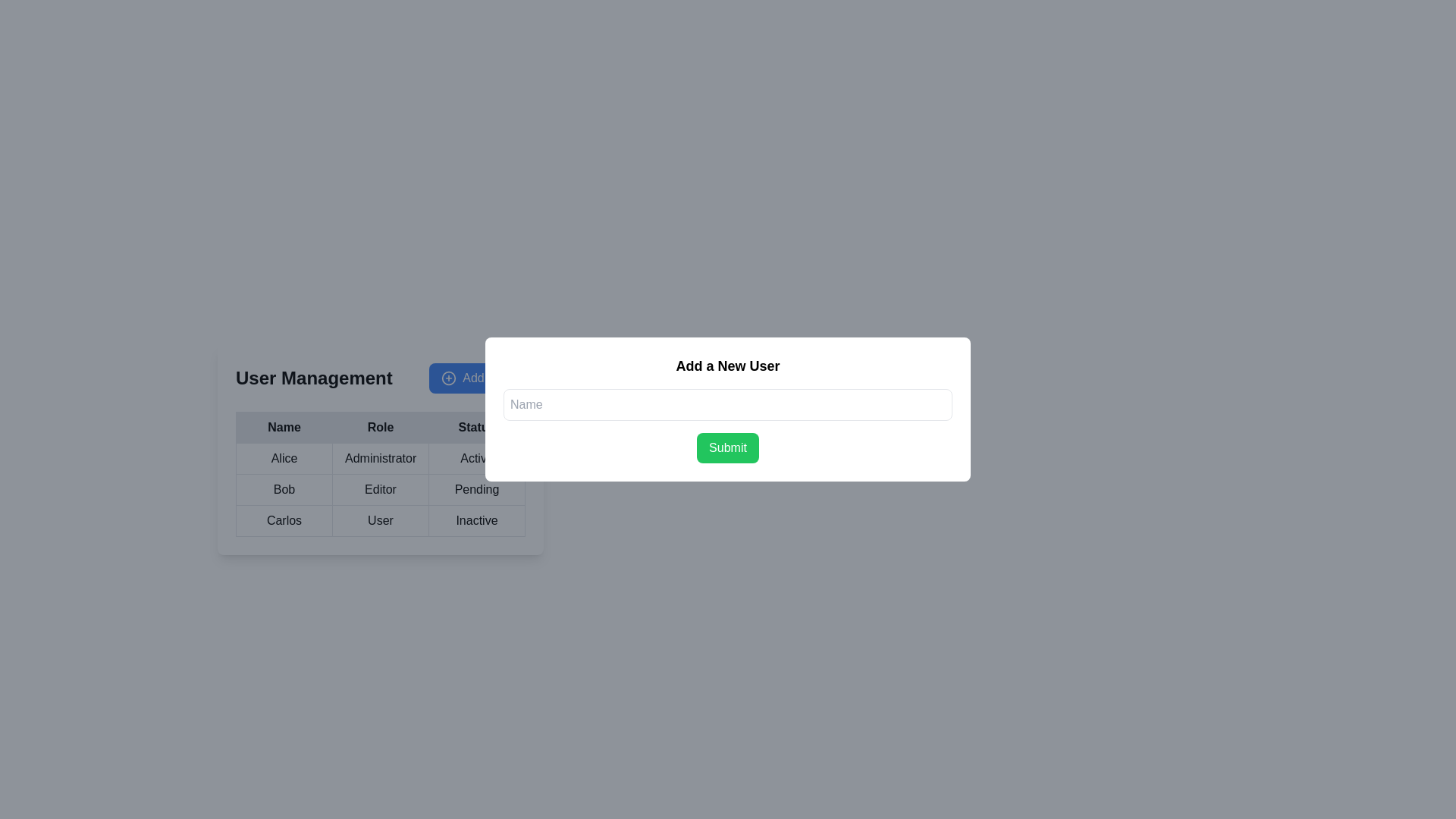  I want to click on the table cell displaying the text 'Administrator' located under the 'Role' column in the user management interface, so click(381, 449).